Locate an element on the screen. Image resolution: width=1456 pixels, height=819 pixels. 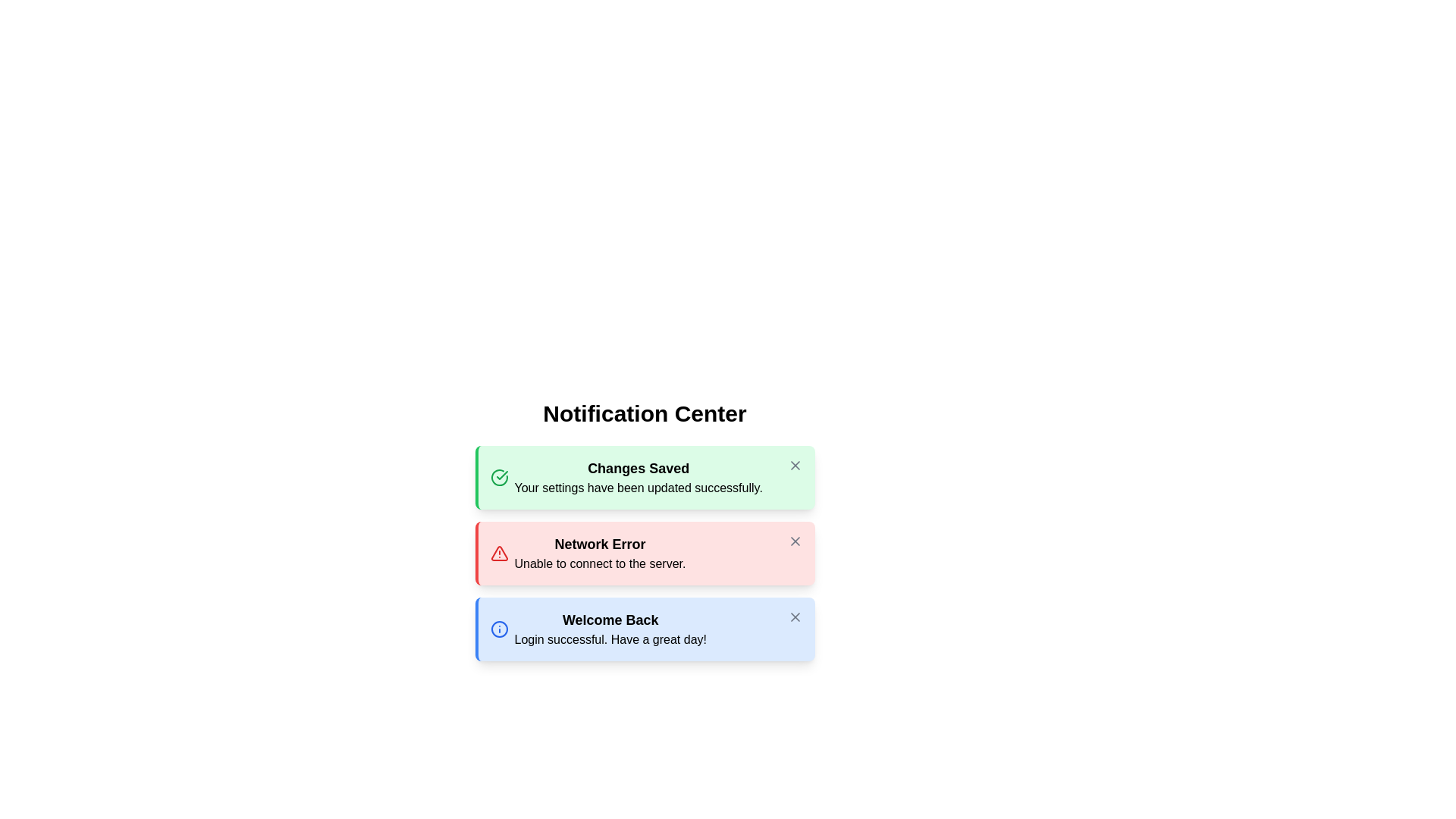
notification message in the text block located in the center of the notification panel, which indicates that the settings have been successfully updated is located at coordinates (639, 476).